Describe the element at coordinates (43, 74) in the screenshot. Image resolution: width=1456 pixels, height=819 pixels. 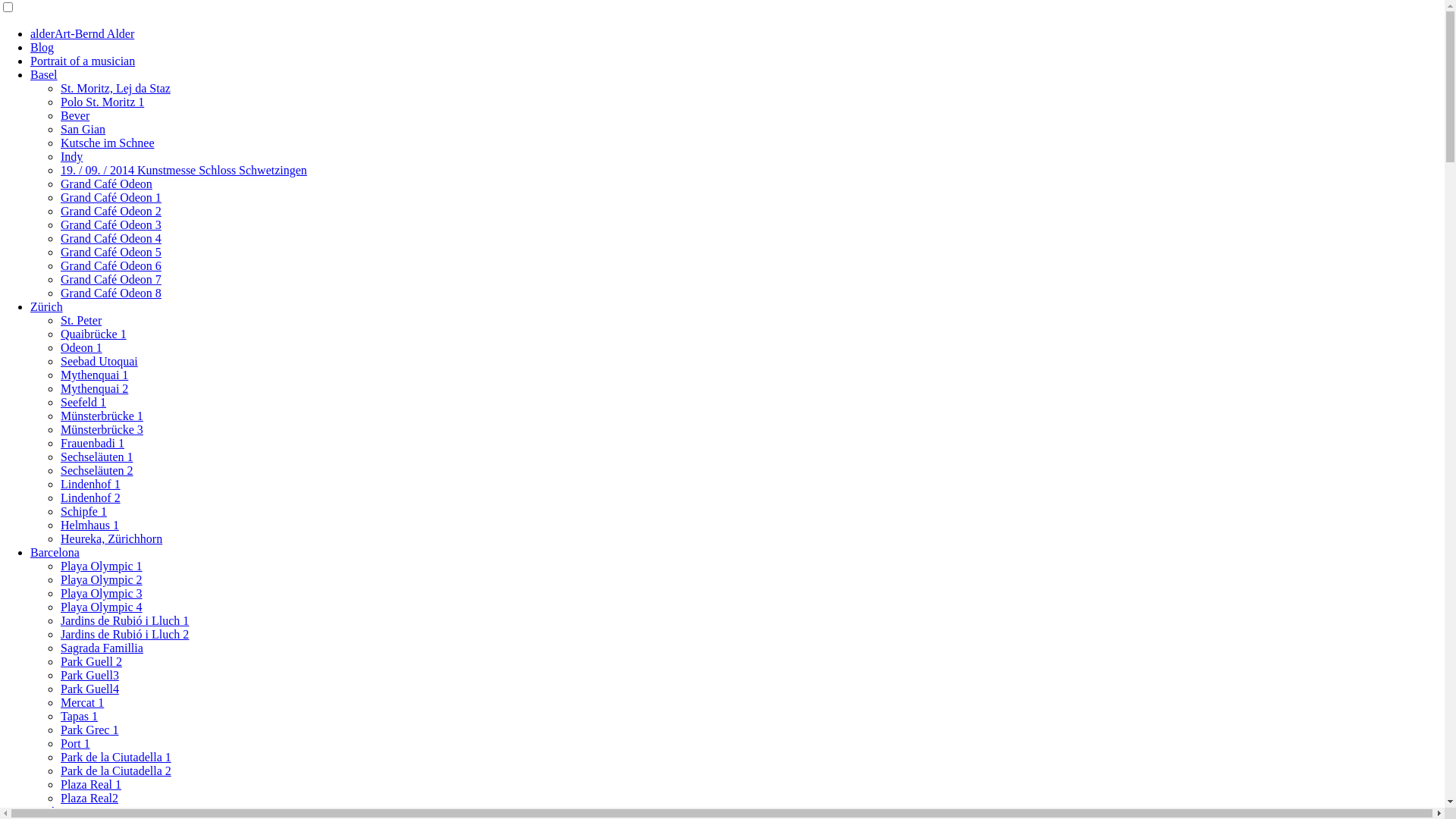
I see `'Basel'` at that location.